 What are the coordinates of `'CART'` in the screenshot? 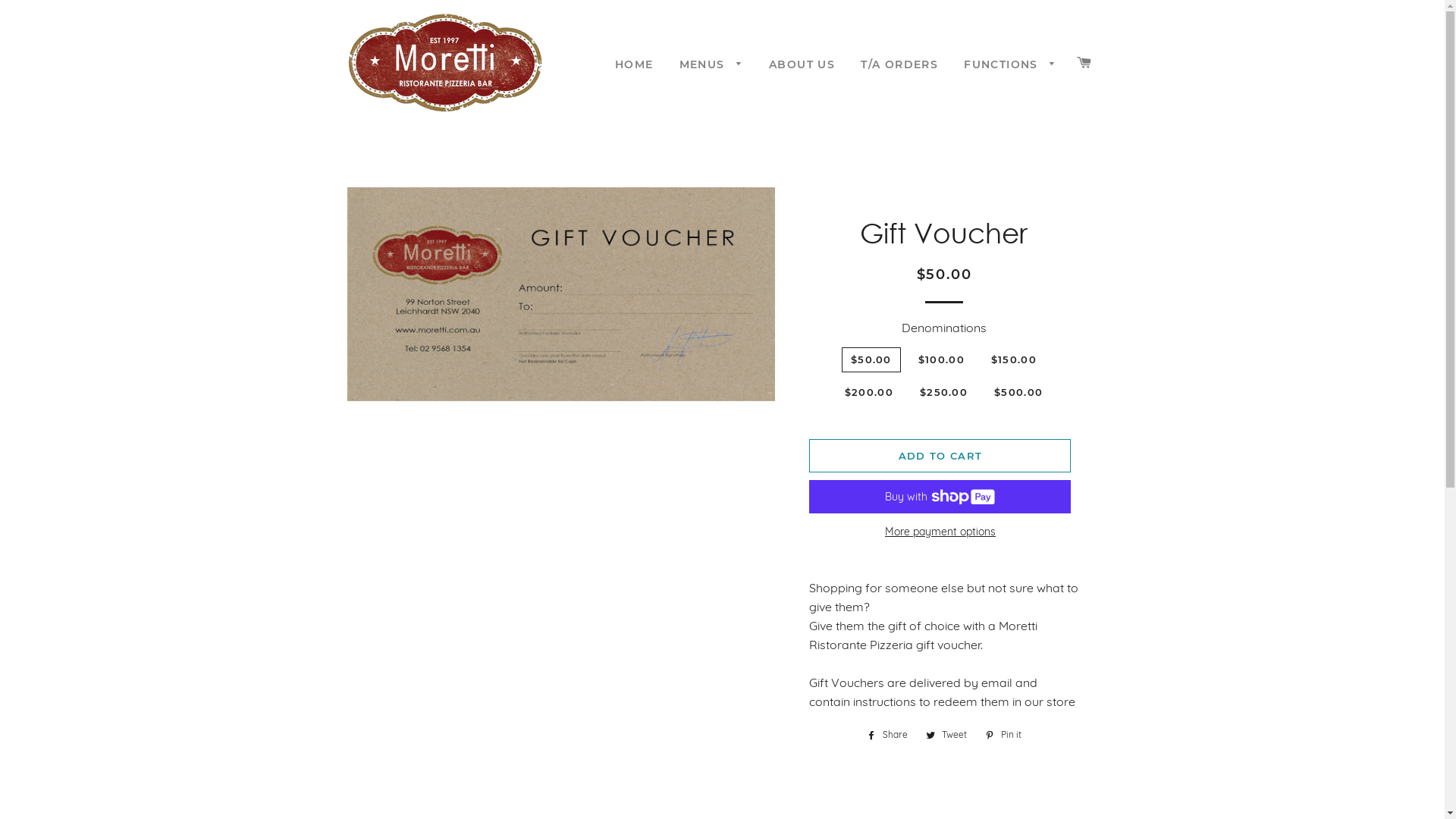 It's located at (1083, 62).